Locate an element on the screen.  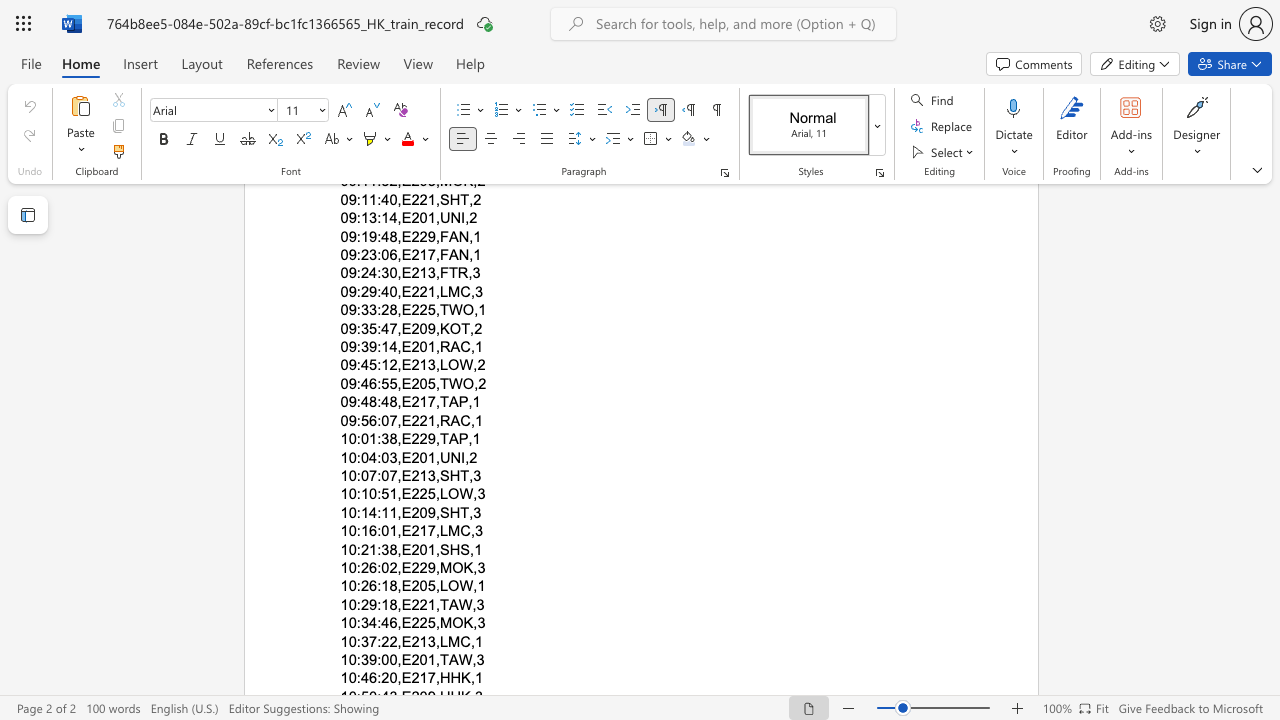
the space between the continuous character "1" and "," in the text is located at coordinates (433, 603).